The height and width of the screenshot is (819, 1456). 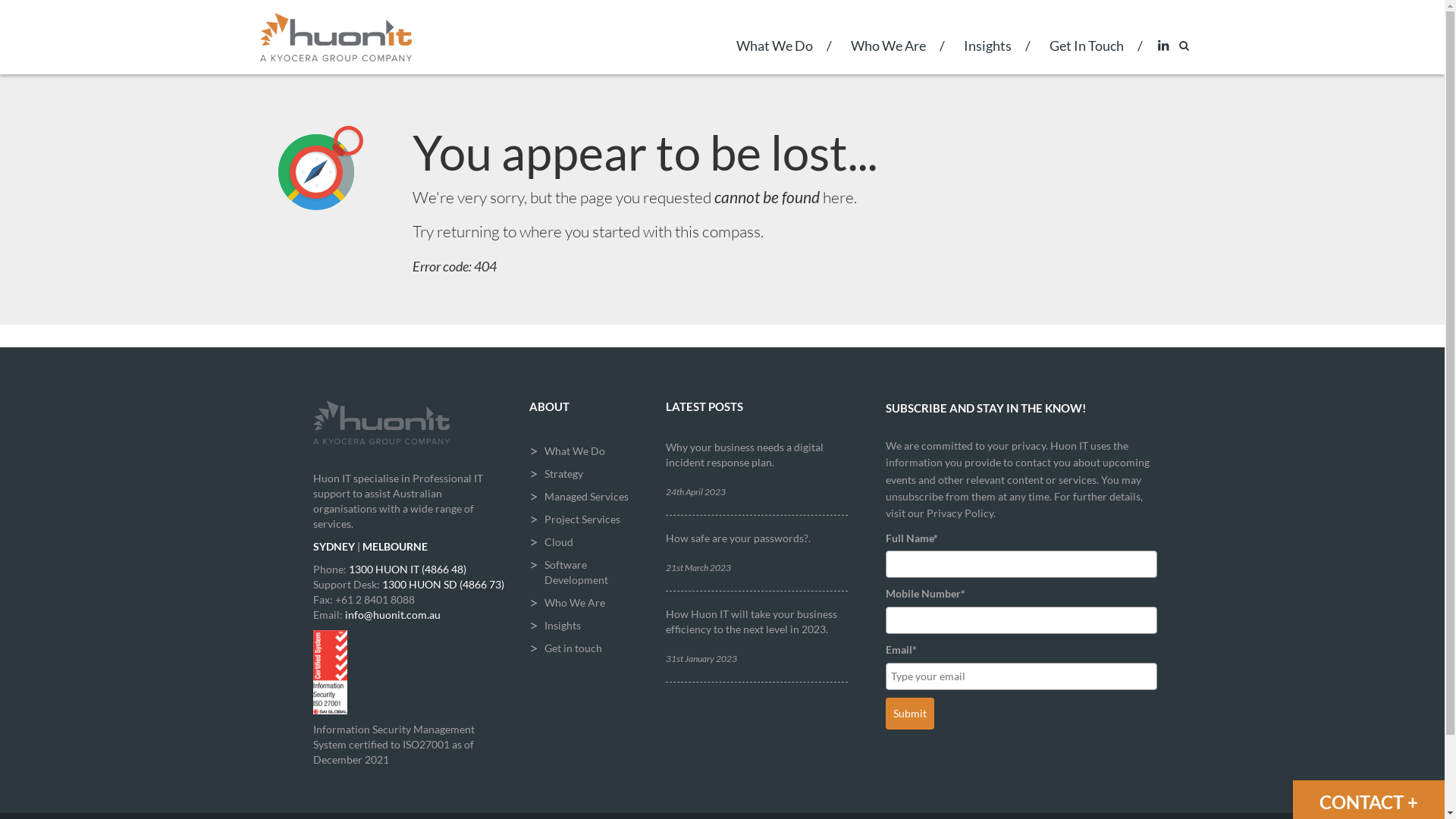 What do you see at coordinates (885, 714) in the screenshot?
I see `'Submit'` at bounding box center [885, 714].